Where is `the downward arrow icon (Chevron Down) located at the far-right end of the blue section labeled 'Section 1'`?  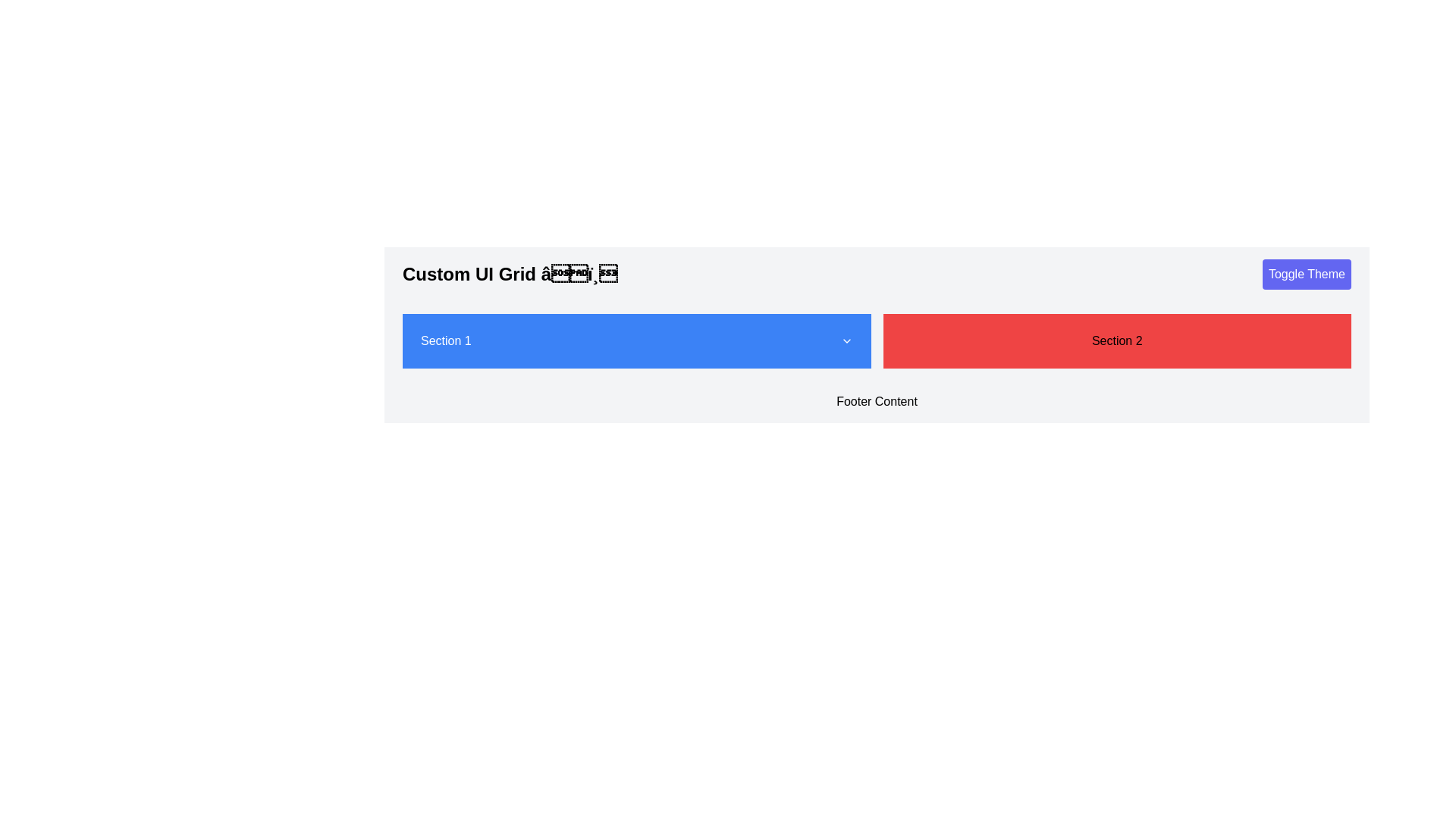
the downward arrow icon (Chevron Down) located at the far-right end of the blue section labeled 'Section 1' is located at coordinates (846, 341).